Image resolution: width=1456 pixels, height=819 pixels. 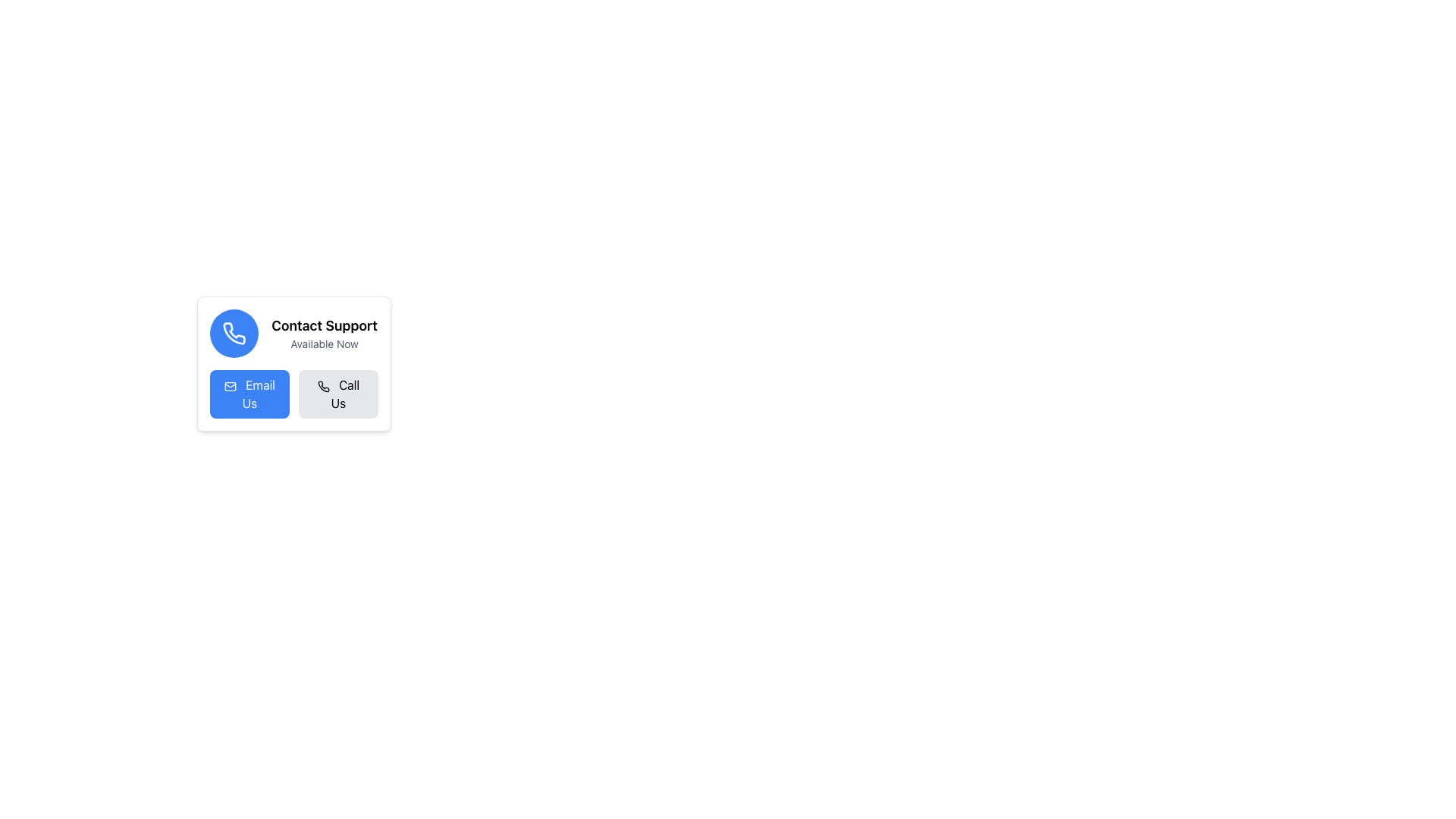 What do you see at coordinates (229, 385) in the screenshot?
I see `the email icon located on the left side of the 'Email Us' button at the bottom-left of the card layout` at bounding box center [229, 385].